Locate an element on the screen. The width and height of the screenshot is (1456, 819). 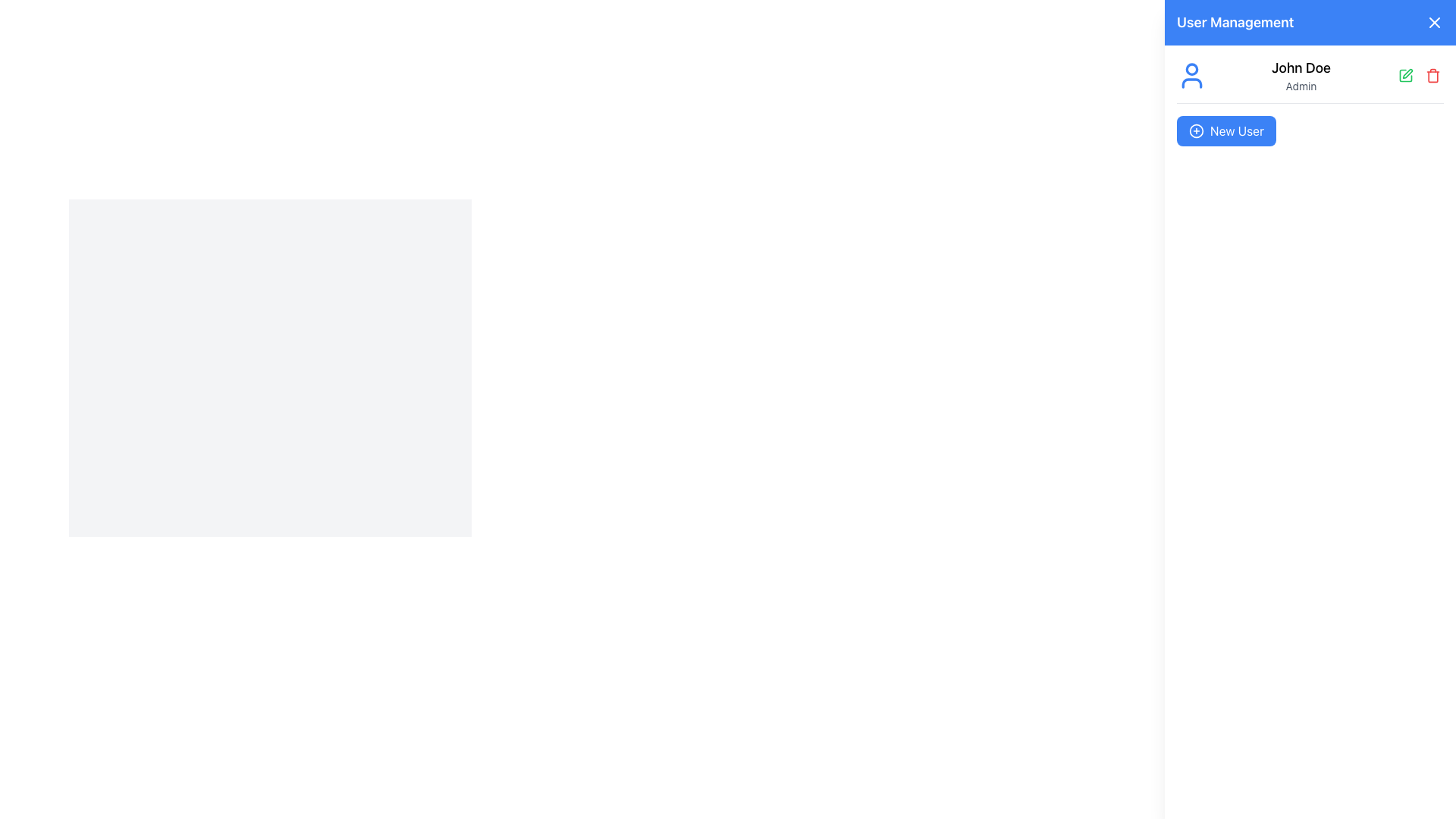
the user avatar icon located in the 'User Management' panel, positioned to the left of the 'John Doe' text and above the 'Admin' label is located at coordinates (1191, 76).